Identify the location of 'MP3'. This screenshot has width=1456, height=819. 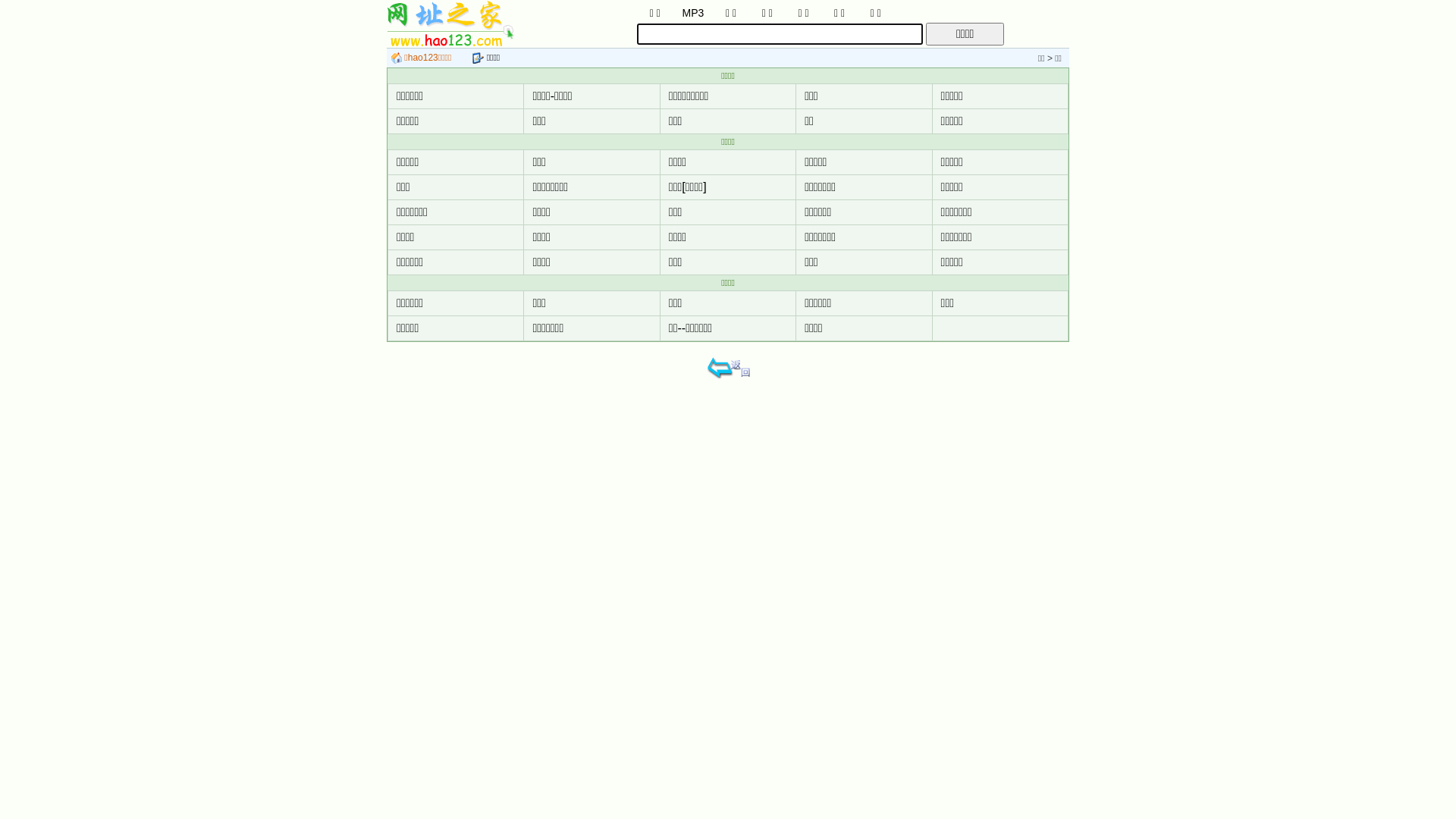
(692, 11).